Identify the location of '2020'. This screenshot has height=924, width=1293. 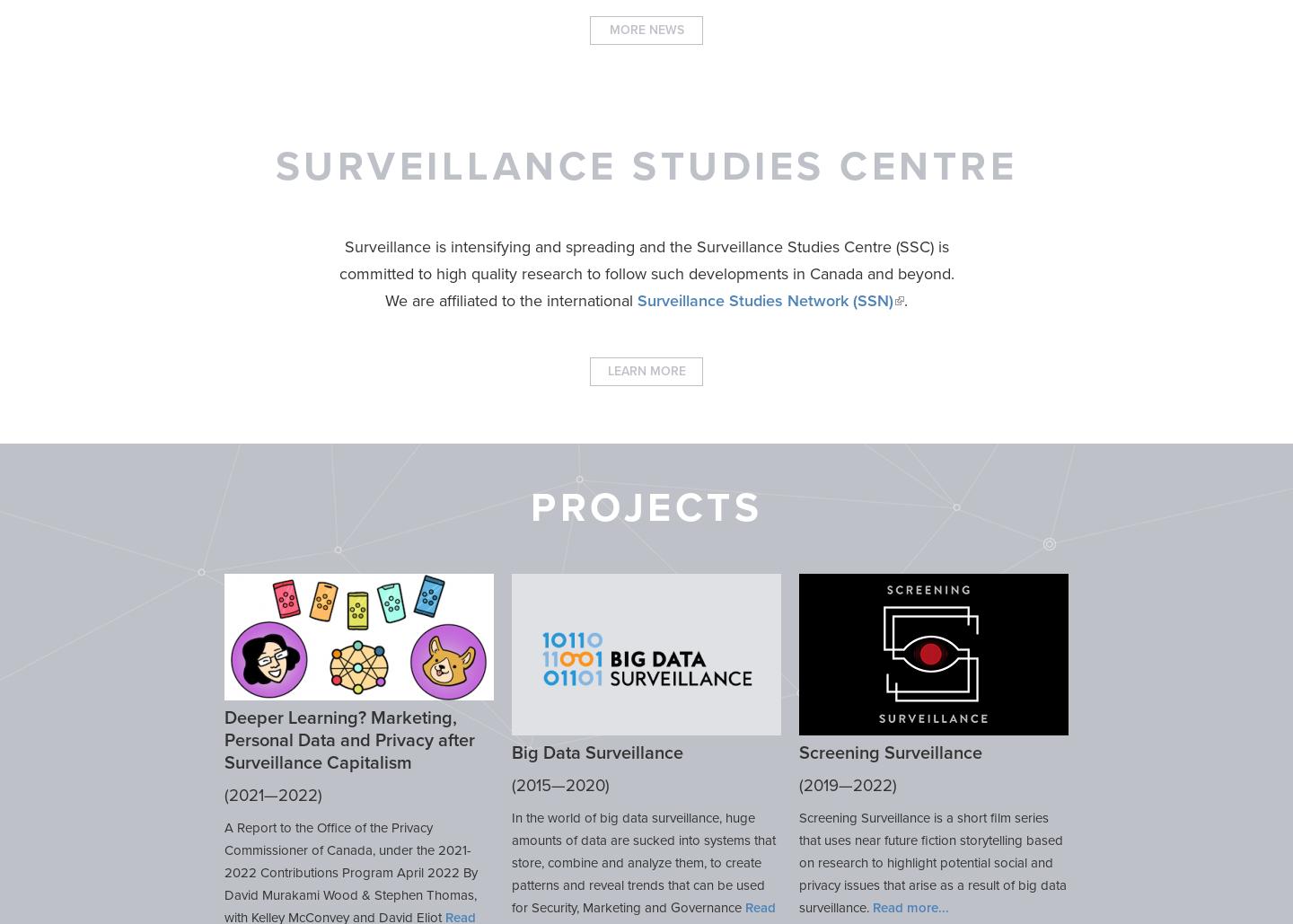
(585, 784).